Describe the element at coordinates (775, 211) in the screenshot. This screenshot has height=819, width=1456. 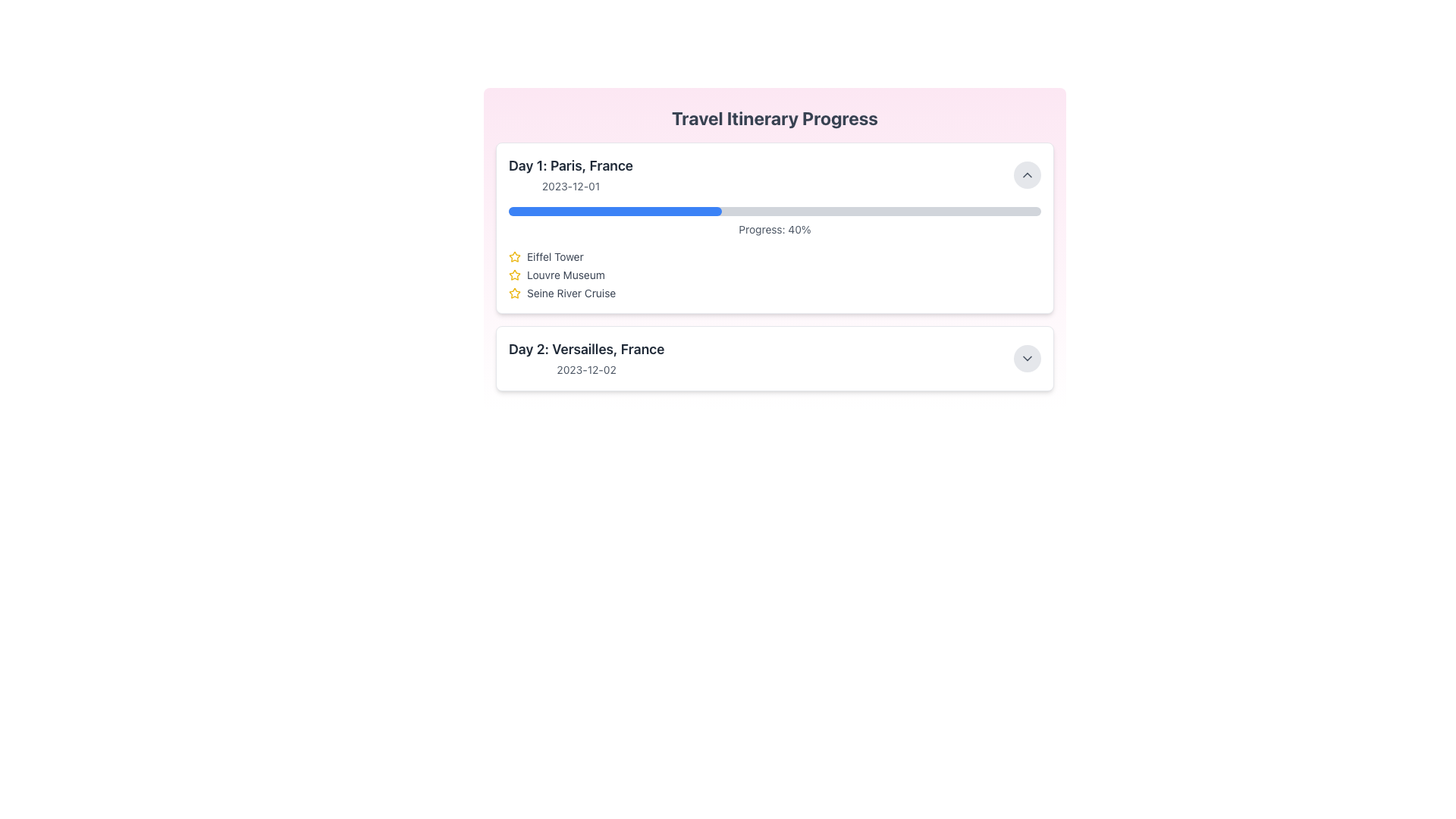
I see `the progress visually on the progress bar located in the 'Day 1: Paris, France' section, which shows a completion percentage of 40%` at that location.